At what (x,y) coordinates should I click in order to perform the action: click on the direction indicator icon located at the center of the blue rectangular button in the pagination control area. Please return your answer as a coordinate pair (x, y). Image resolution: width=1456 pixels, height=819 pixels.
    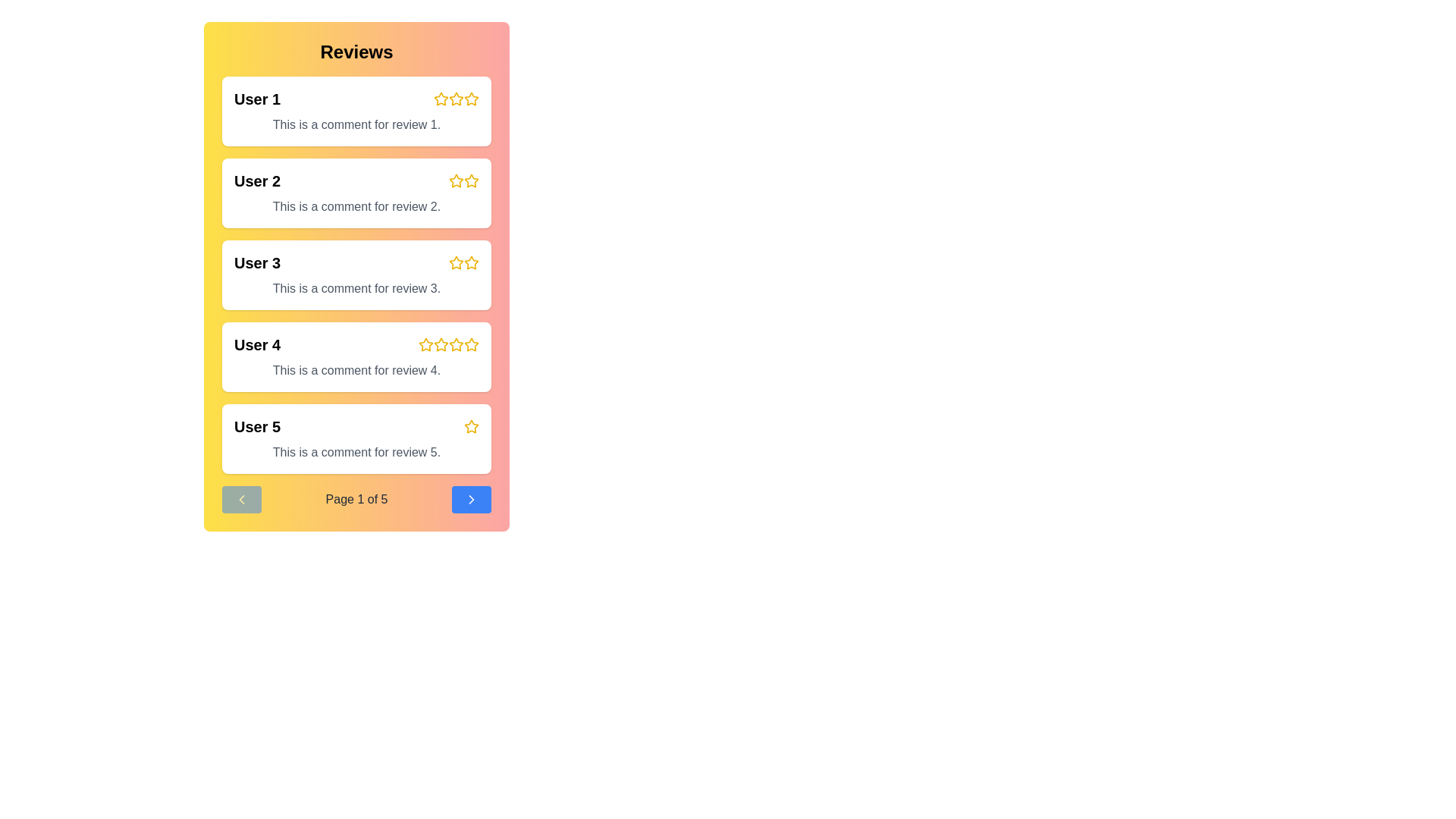
    Looking at the image, I should click on (470, 500).